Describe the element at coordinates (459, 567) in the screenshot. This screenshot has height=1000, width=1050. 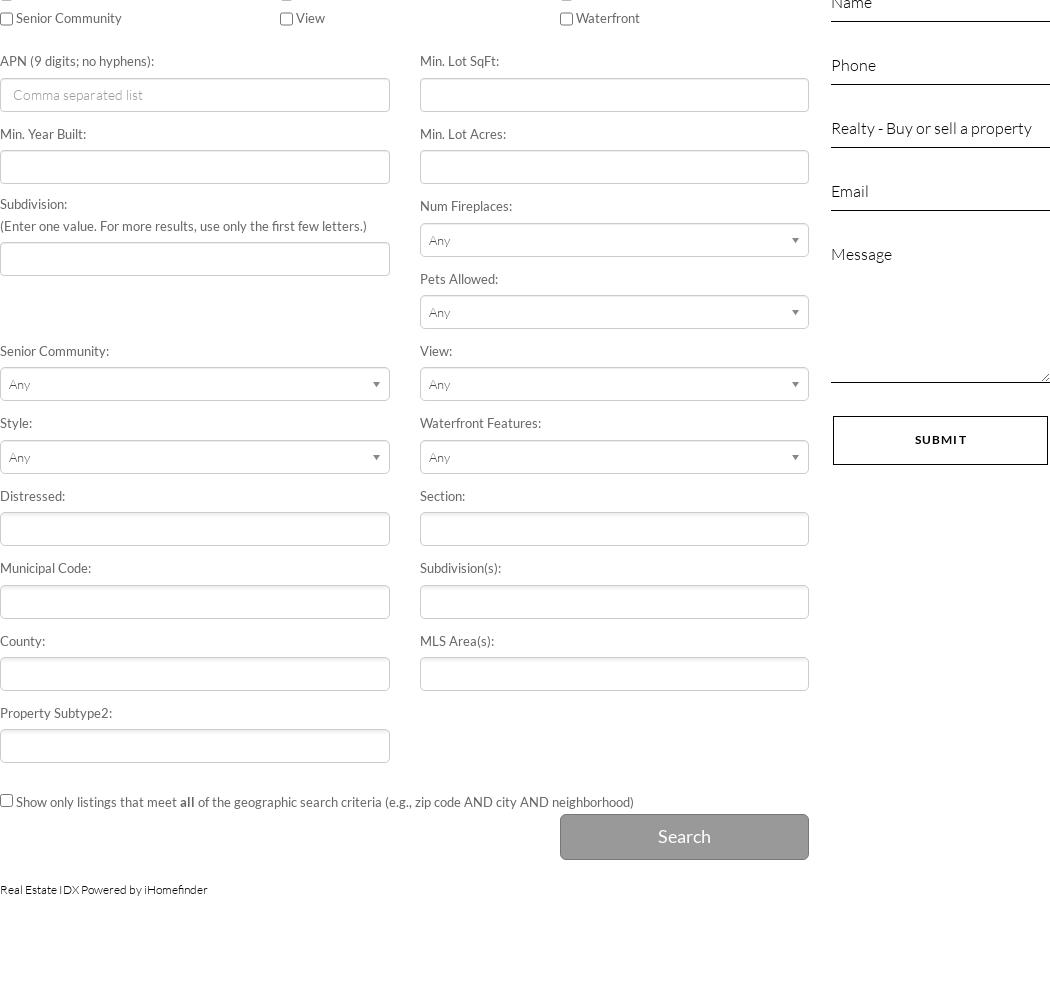
I see `'Subdivision(s):'` at that location.